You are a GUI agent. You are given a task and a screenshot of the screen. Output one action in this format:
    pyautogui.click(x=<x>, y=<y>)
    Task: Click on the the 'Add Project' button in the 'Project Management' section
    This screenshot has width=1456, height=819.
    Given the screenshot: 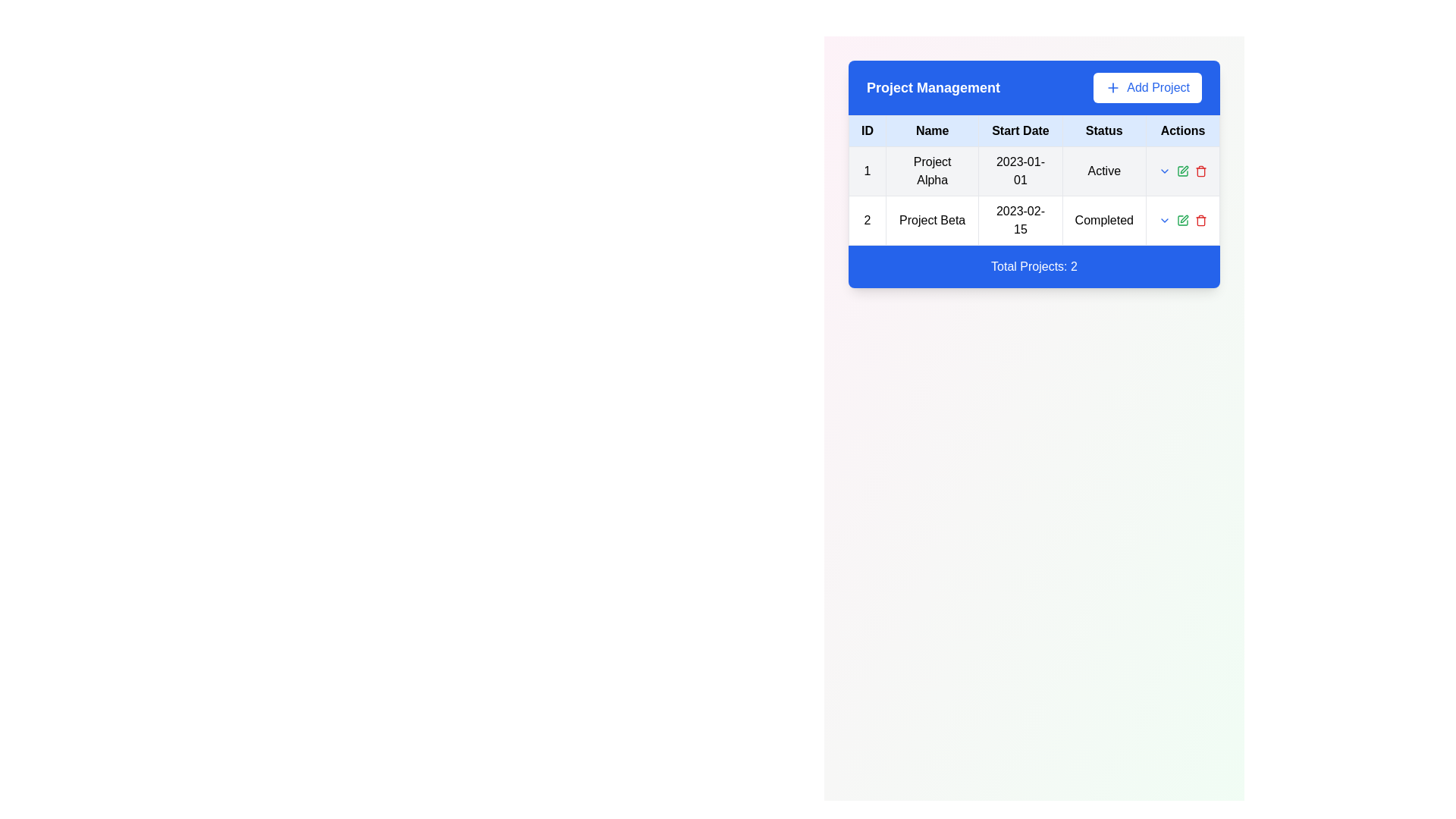 What is the action you would take?
    pyautogui.click(x=1033, y=87)
    